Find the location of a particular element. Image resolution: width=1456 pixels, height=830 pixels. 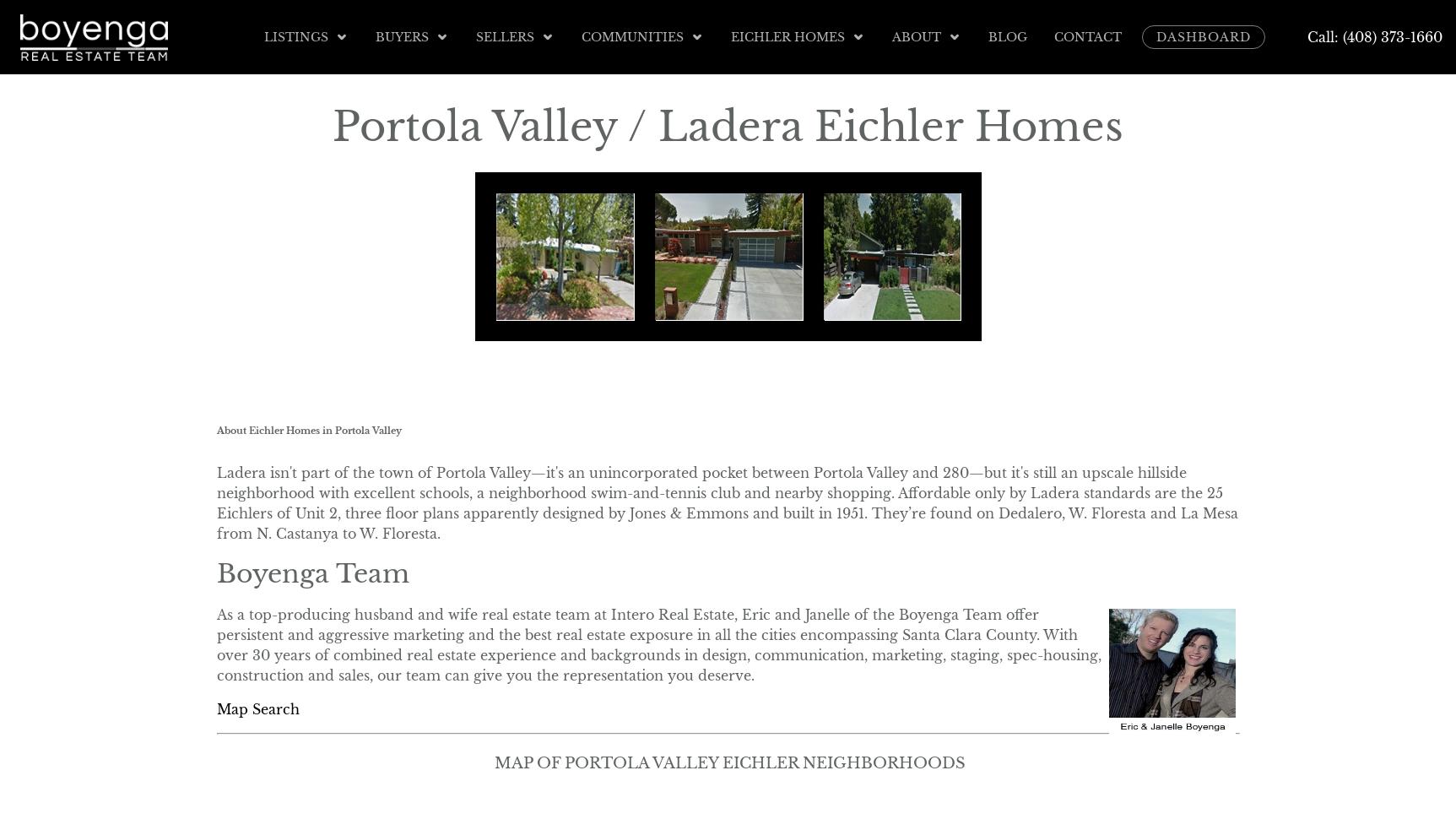

'Boyenga Team' is located at coordinates (214, 572).